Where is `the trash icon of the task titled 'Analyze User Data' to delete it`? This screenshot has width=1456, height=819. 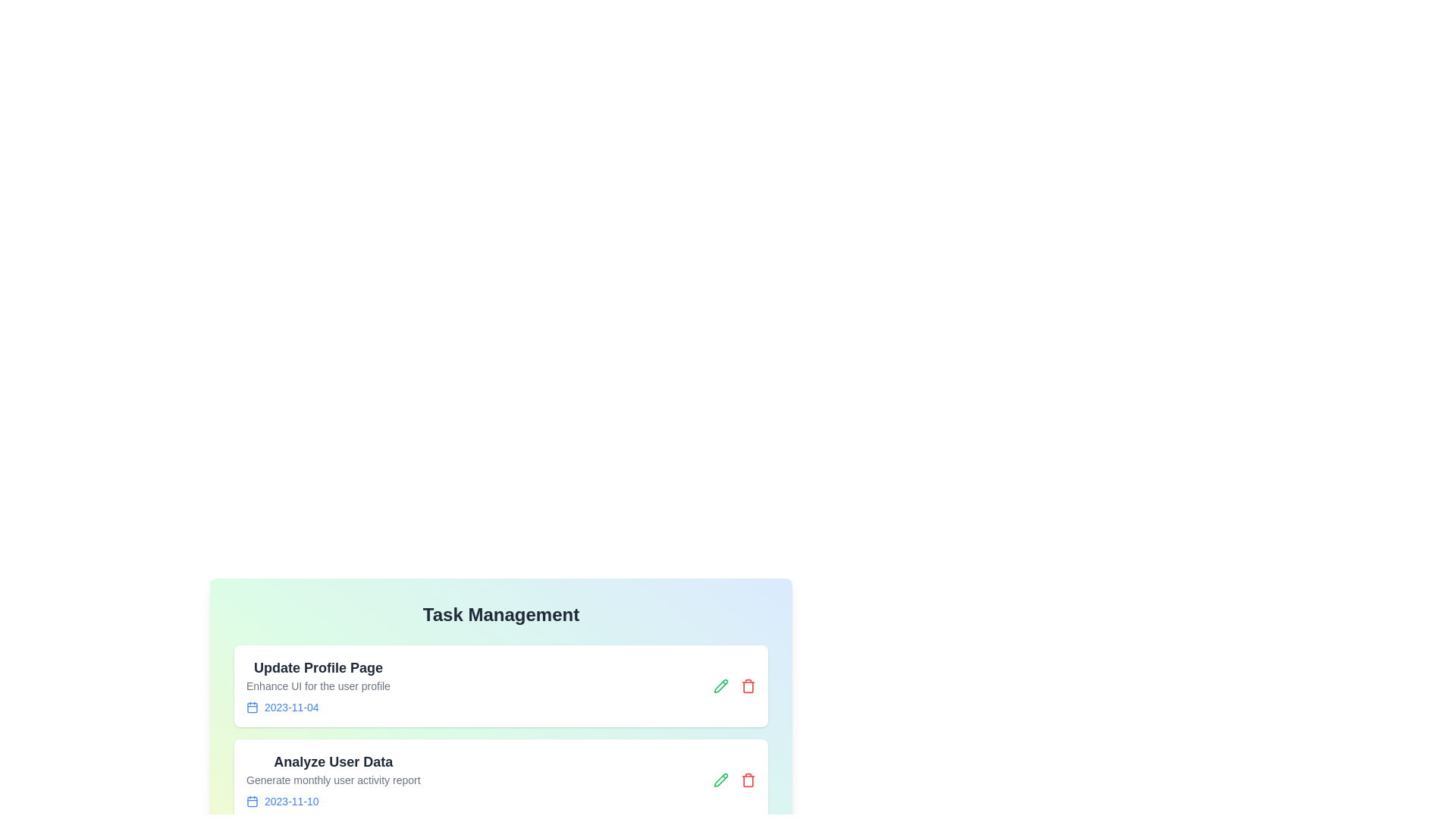 the trash icon of the task titled 'Analyze User Data' to delete it is located at coordinates (748, 780).